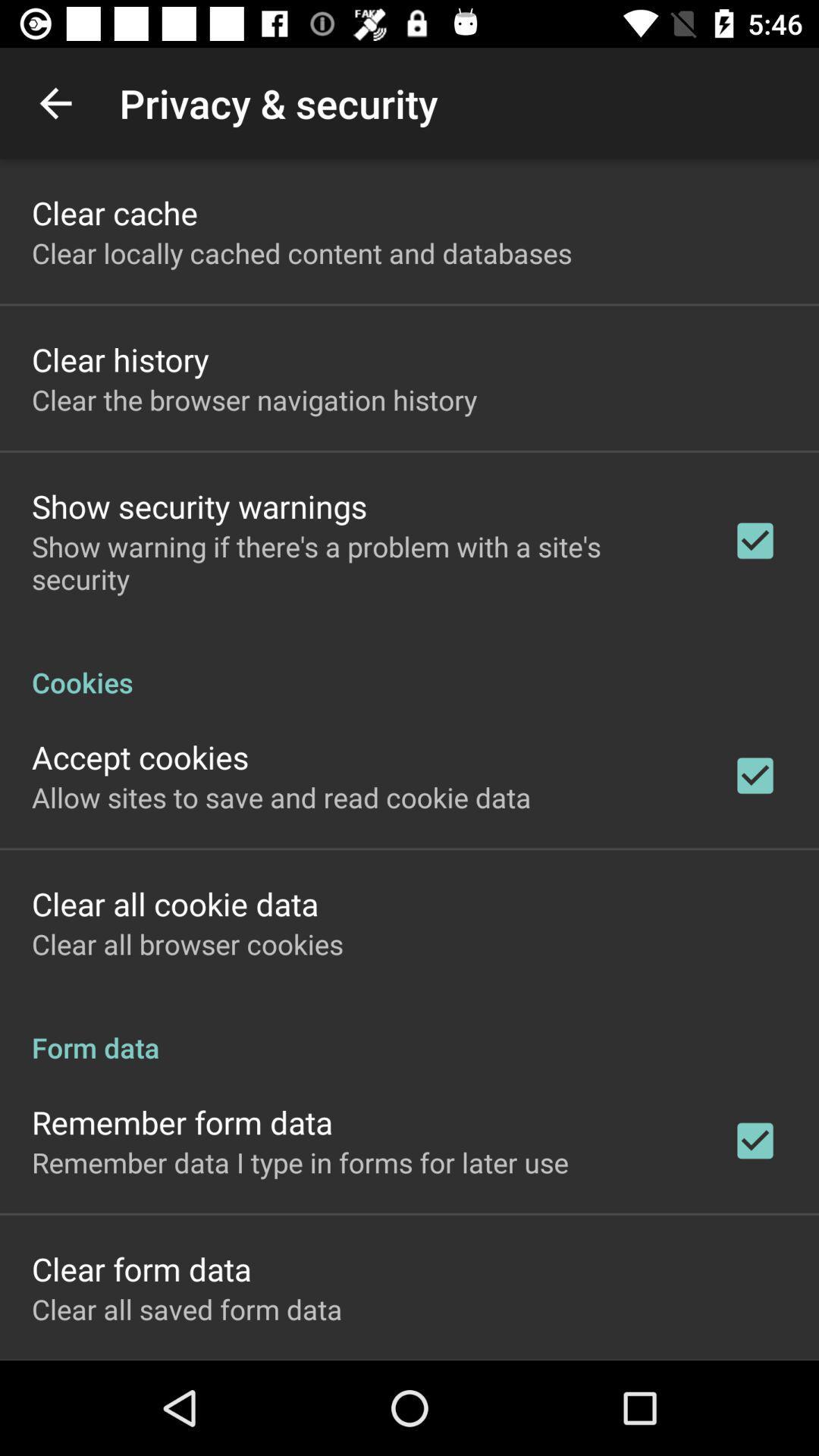 The width and height of the screenshot is (819, 1456). What do you see at coordinates (114, 212) in the screenshot?
I see `clear cache icon` at bounding box center [114, 212].